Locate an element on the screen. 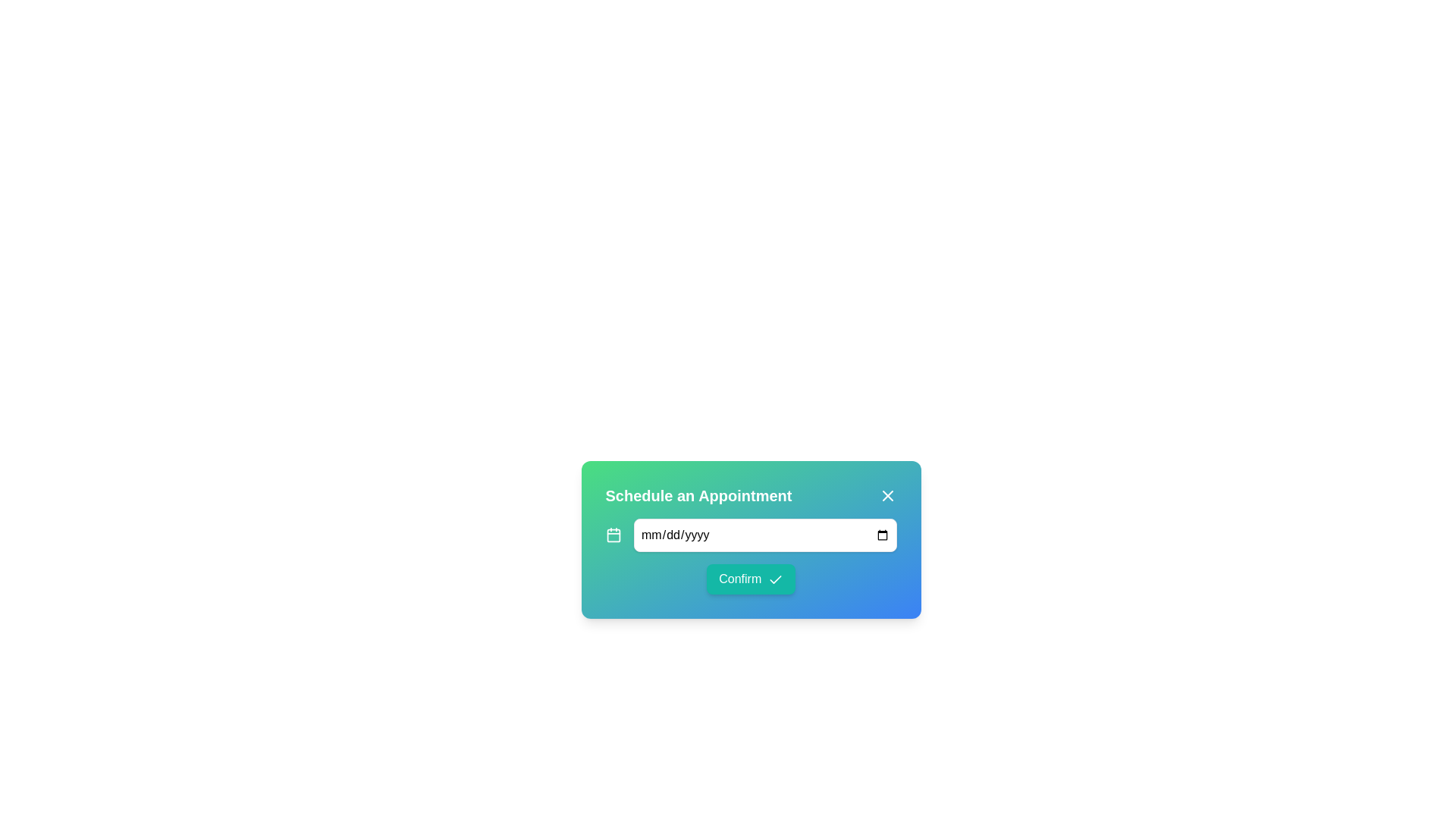  the checkmark-shaped icon that is located inside the green 'Confirm' button, which is positioned below the date input field in the 'Schedule an Appointment' dialog box is located at coordinates (775, 579).